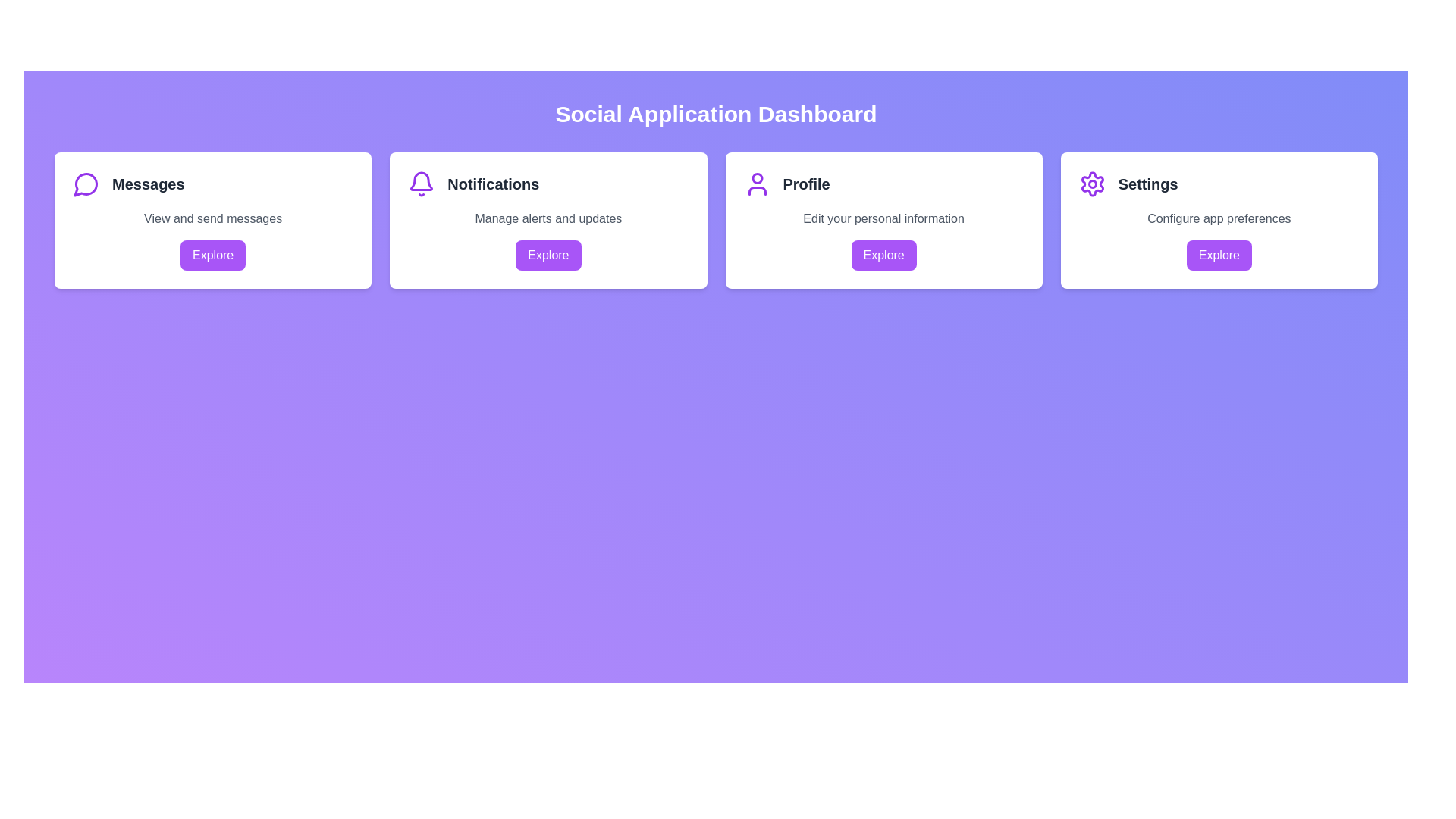  I want to click on the purple cogwheel icon located inside the 'Settings' card, which is the fourth card in a row of cards on the interface, so click(1092, 184).